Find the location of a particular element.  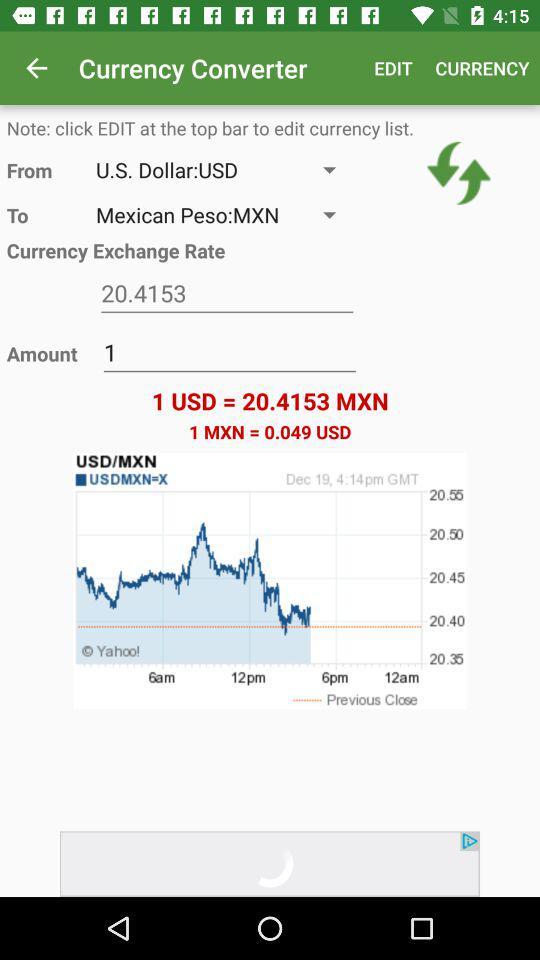

text is located at coordinates (226, 292).